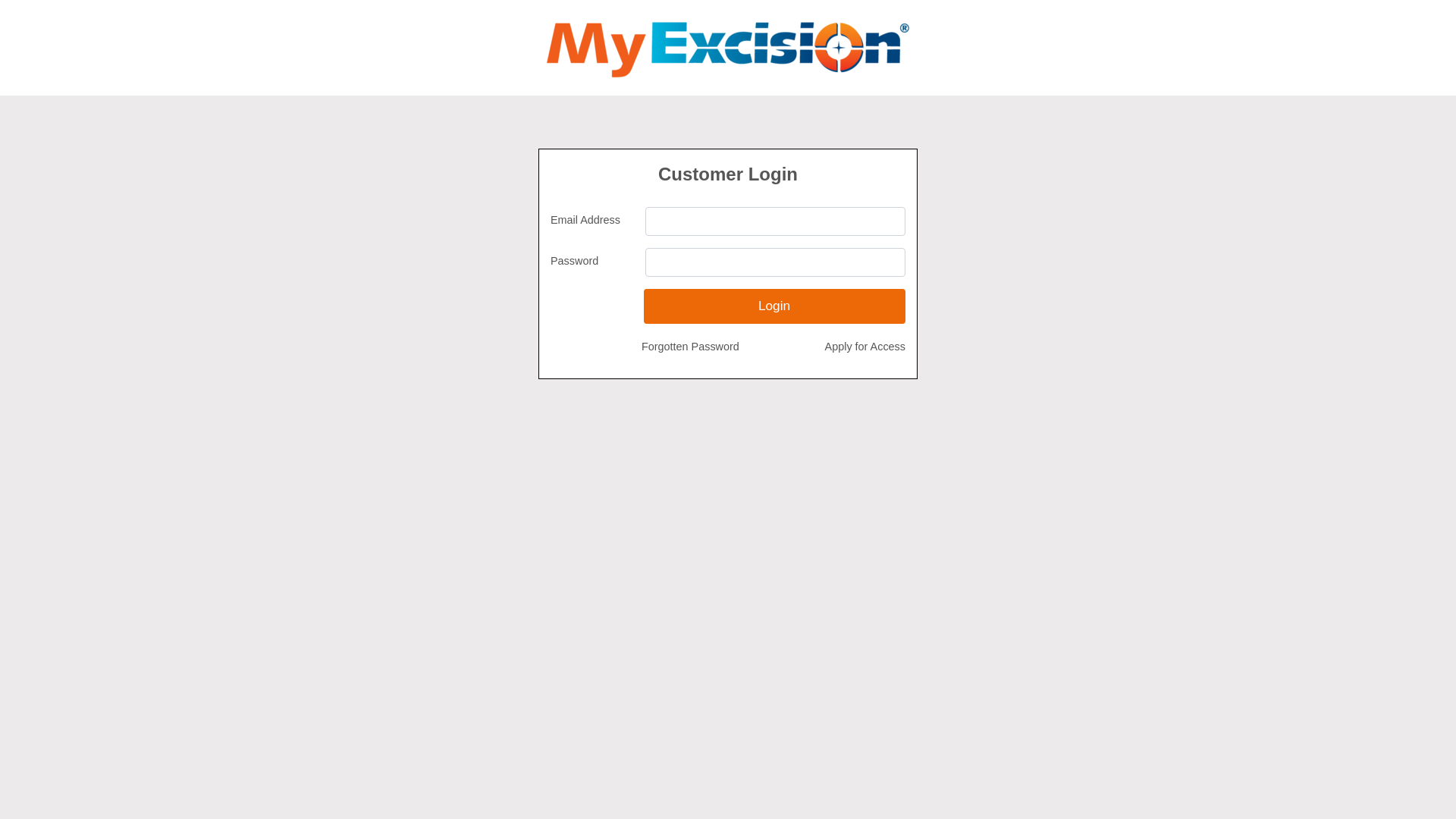 The height and width of the screenshot is (819, 1456). What do you see at coordinates (689, 347) in the screenshot?
I see `'Forgotten Password'` at bounding box center [689, 347].